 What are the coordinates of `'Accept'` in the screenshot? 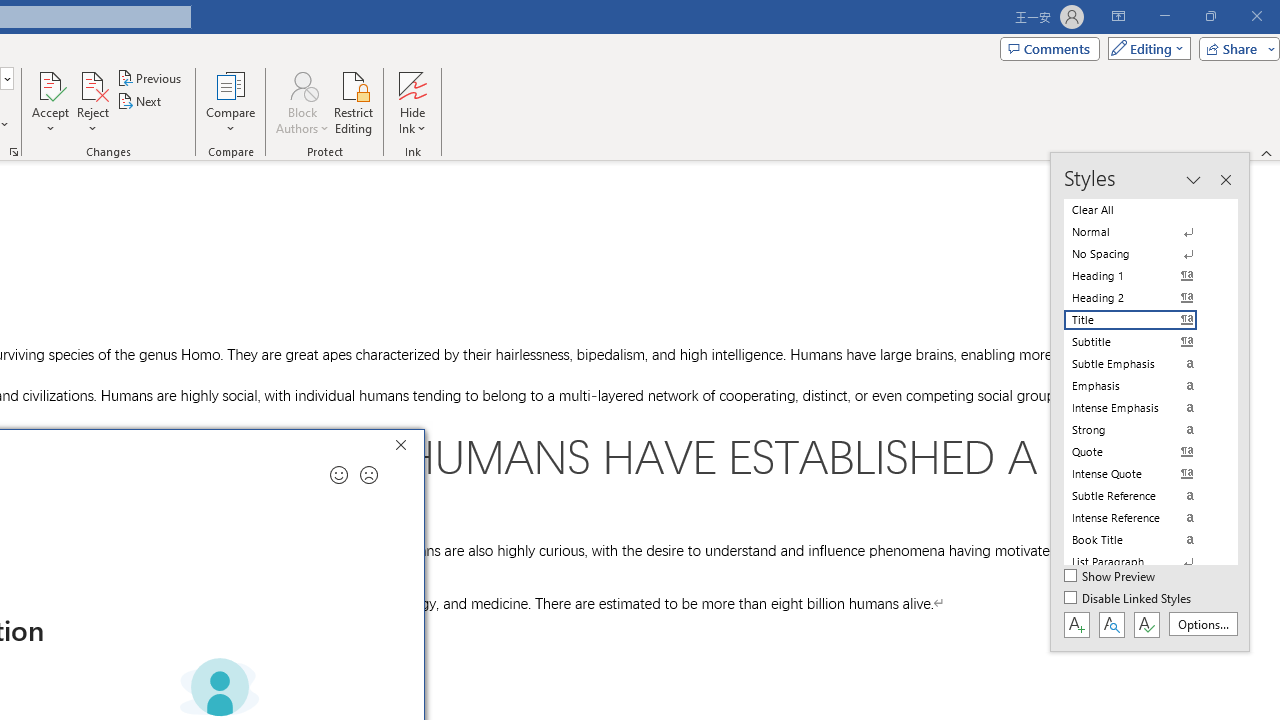 It's located at (50, 103).